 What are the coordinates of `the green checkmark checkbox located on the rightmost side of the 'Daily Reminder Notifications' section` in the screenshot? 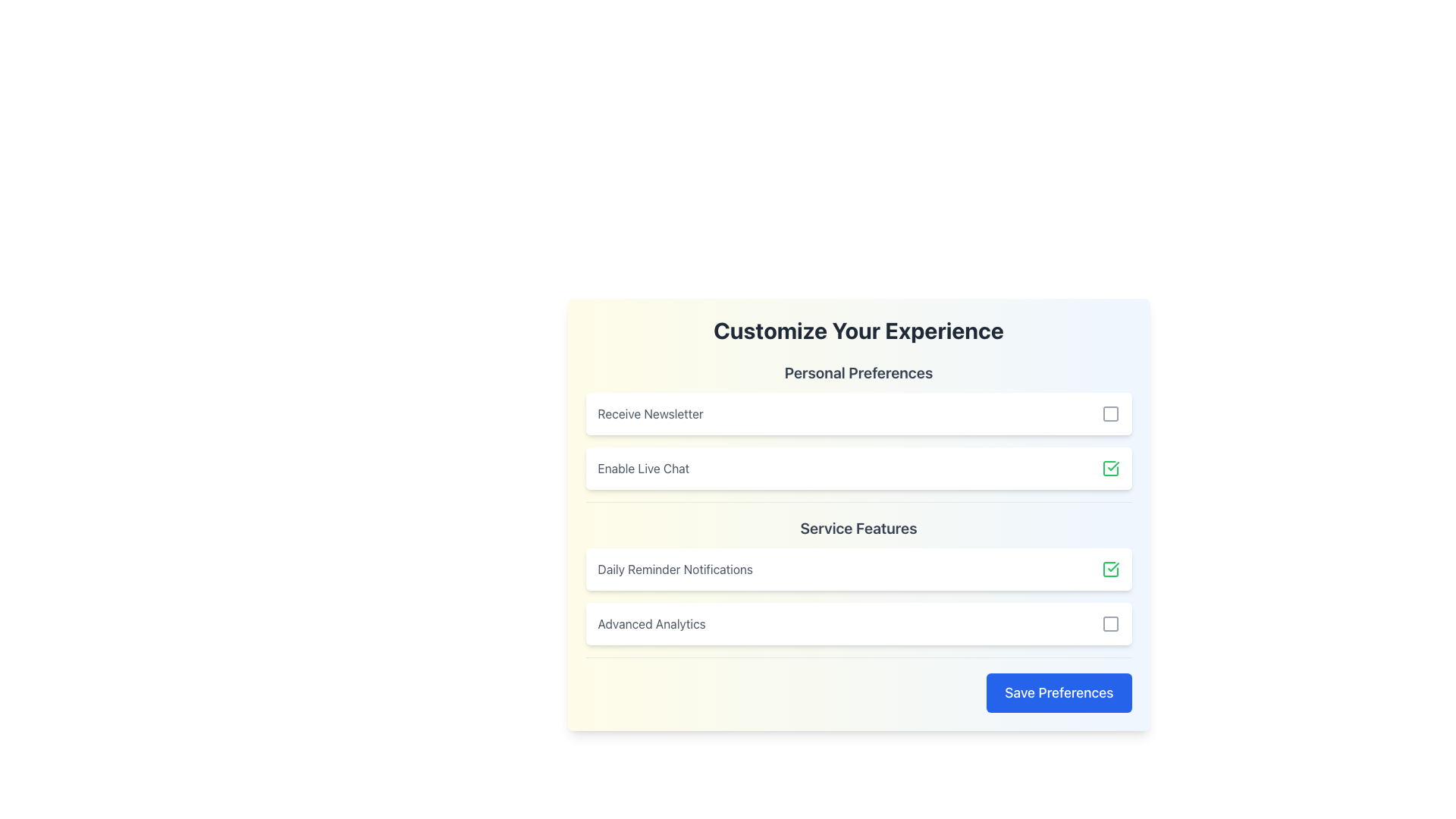 It's located at (1110, 570).